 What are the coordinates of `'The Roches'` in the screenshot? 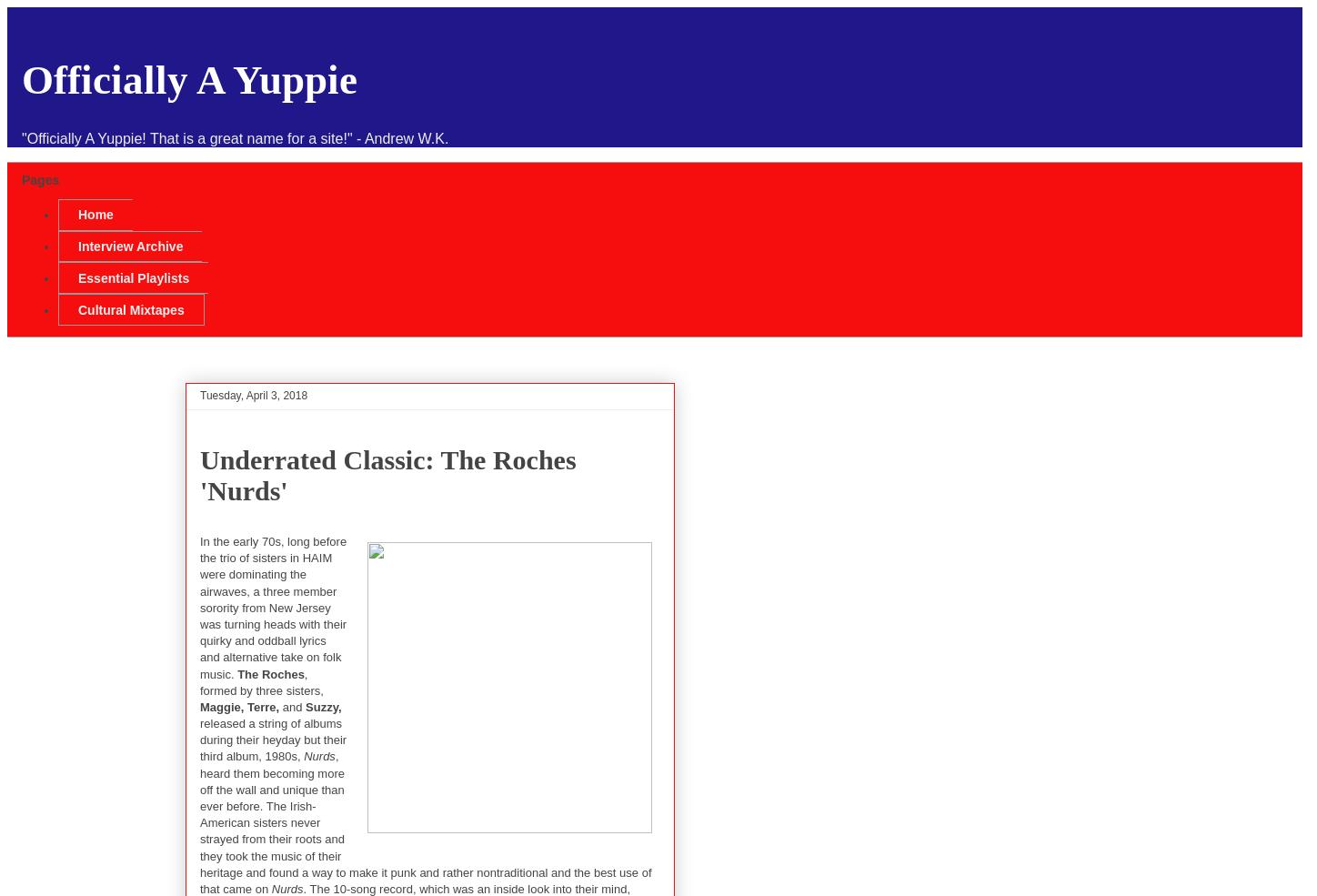 It's located at (236, 673).